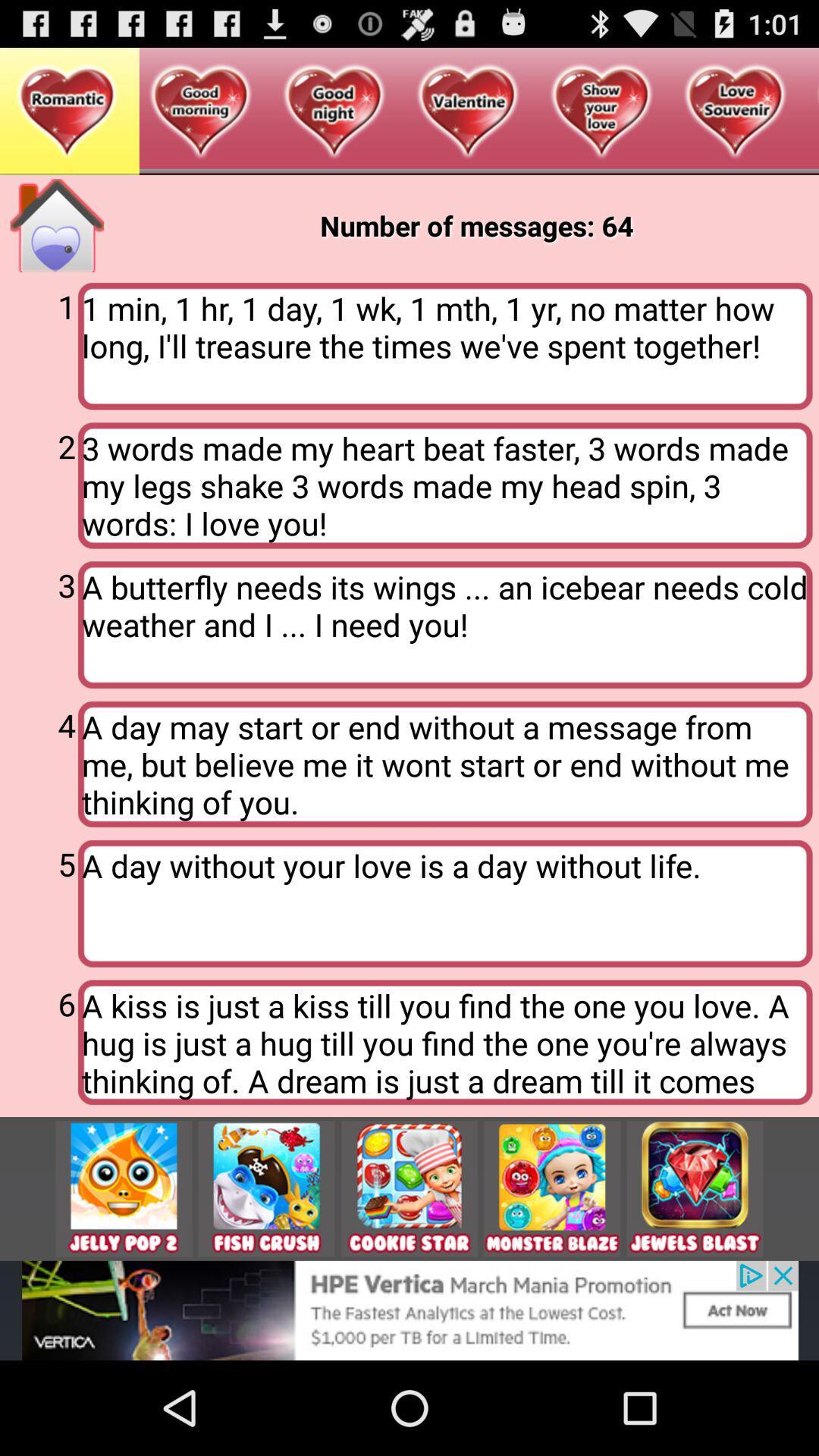  I want to click on the email icon, so click(695, 1272).